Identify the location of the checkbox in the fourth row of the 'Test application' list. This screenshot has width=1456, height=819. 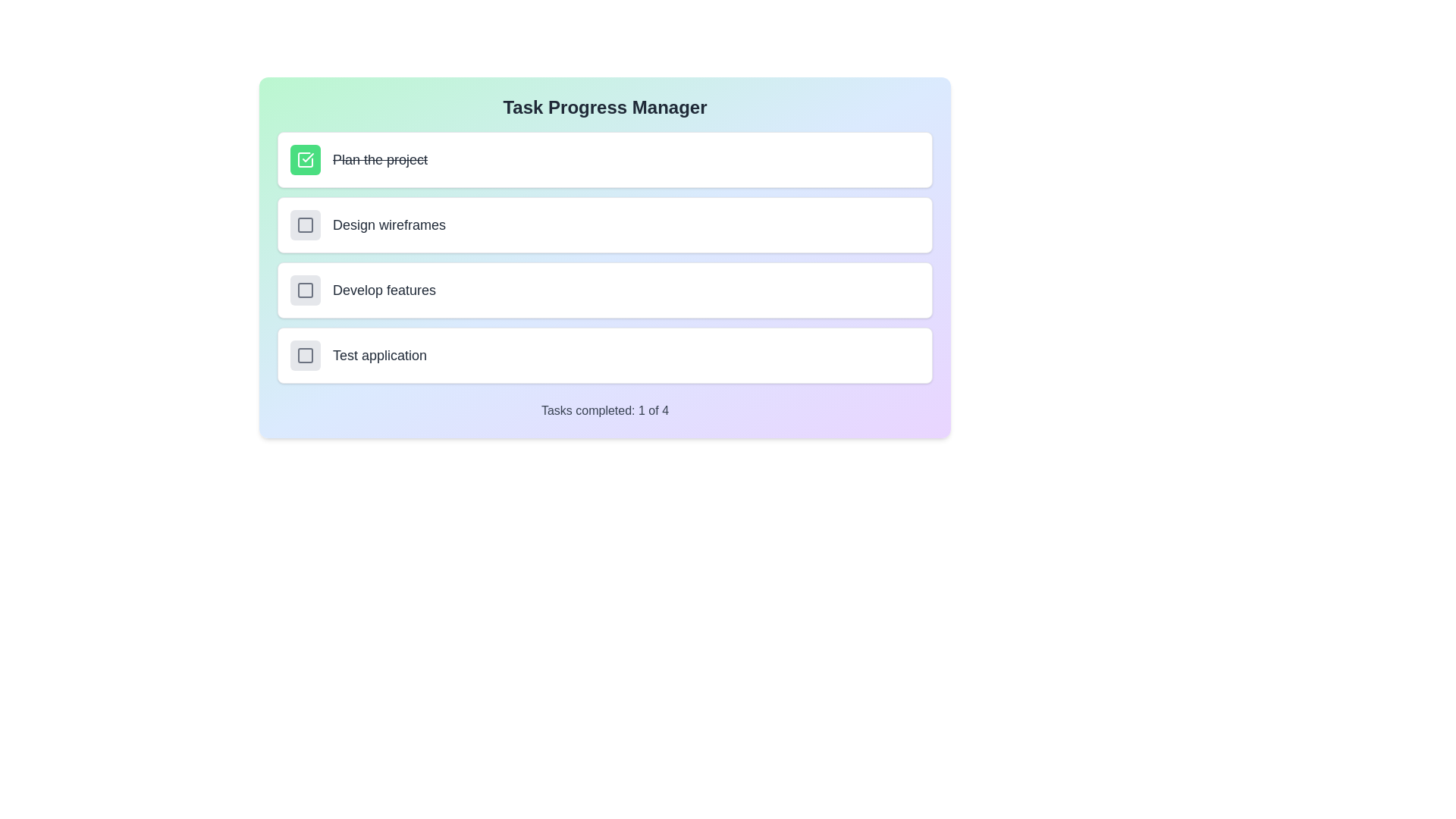
(305, 356).